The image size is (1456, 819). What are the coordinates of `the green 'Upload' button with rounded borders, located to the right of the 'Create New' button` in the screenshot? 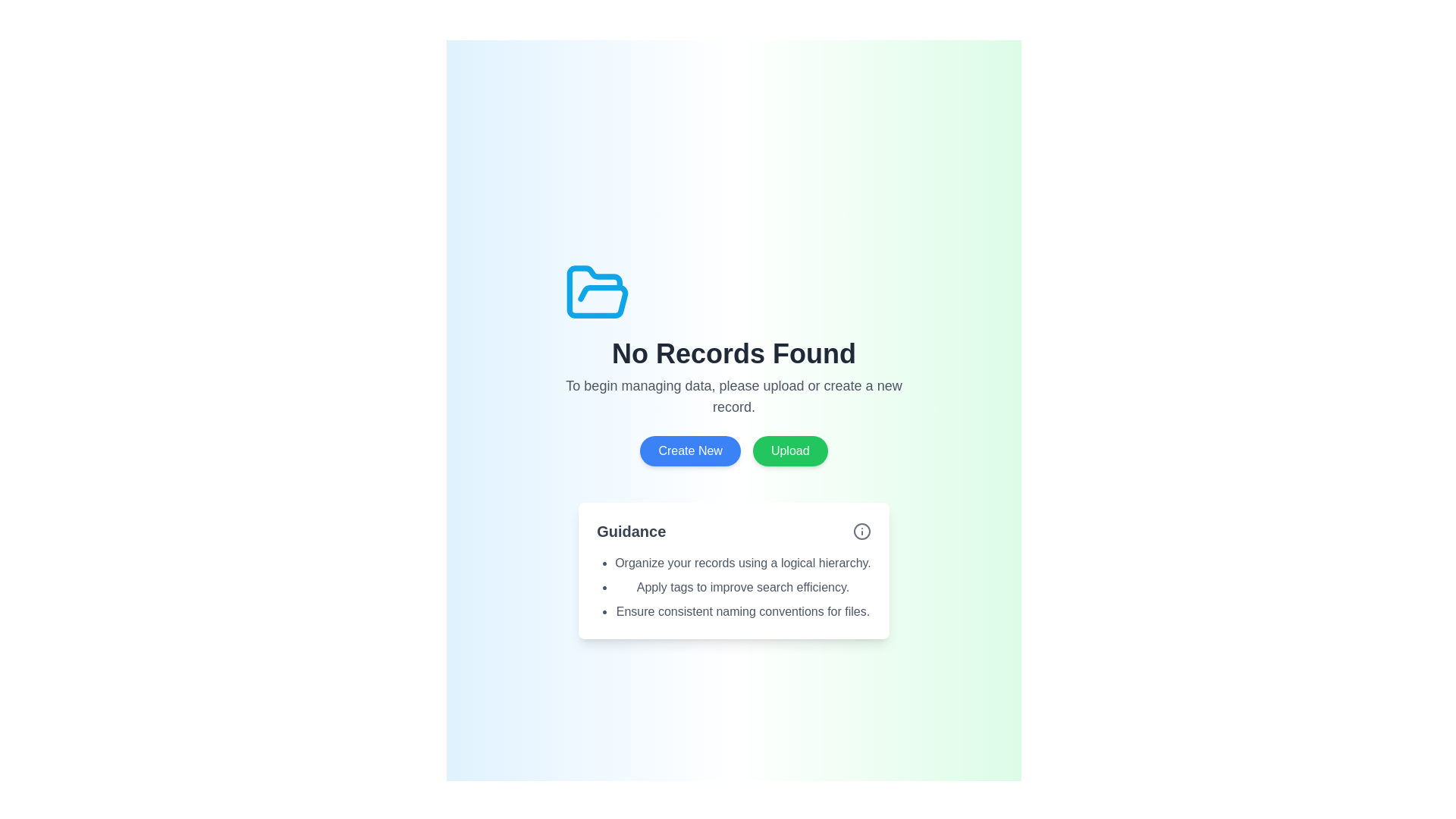 It's located at (789, 450).